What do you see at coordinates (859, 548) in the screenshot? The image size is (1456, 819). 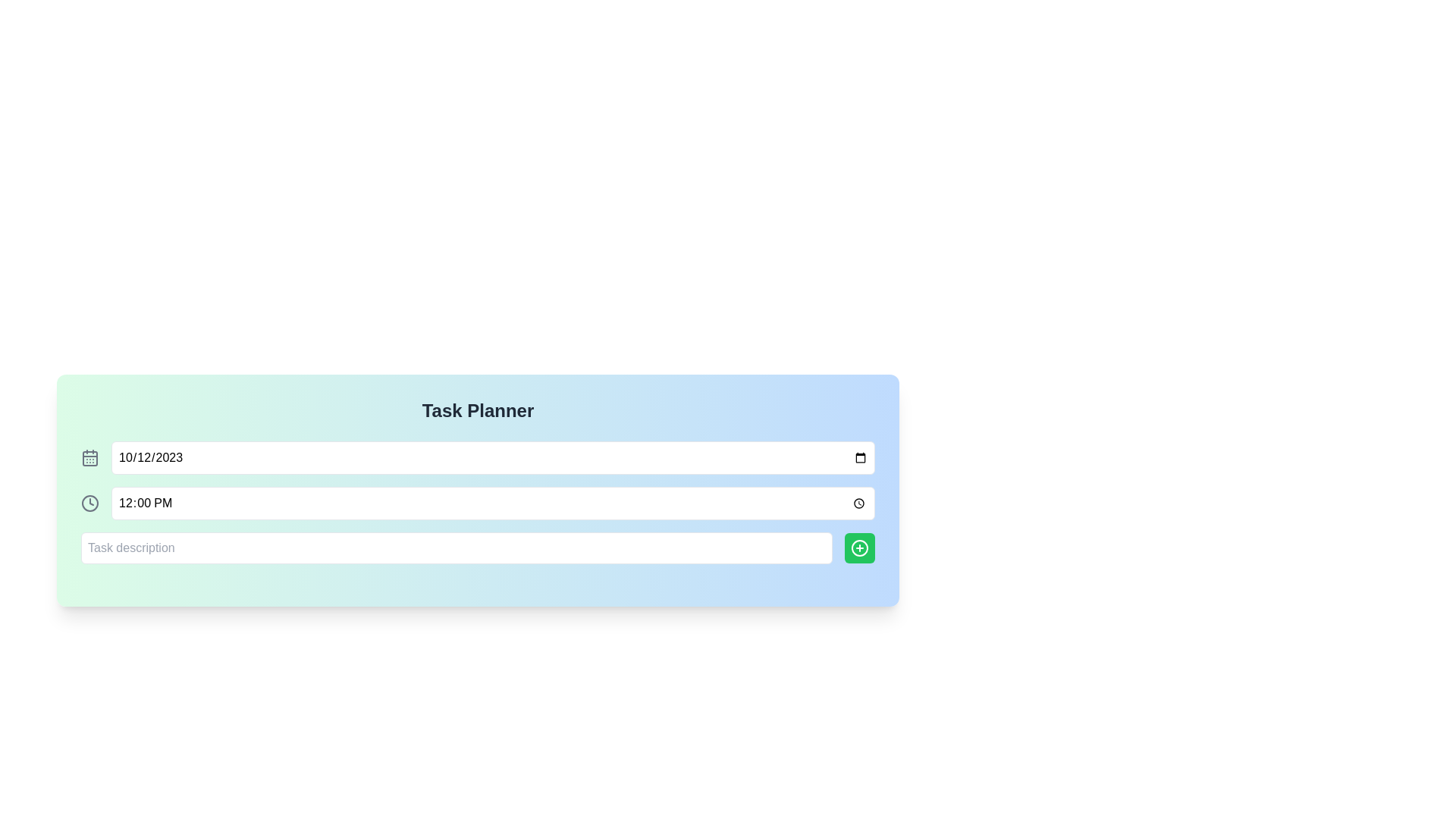 I see `the 'add' button located at the bottom-right corner of the form layout to initiate the task addition functionality` at bounding box center [859, 548].